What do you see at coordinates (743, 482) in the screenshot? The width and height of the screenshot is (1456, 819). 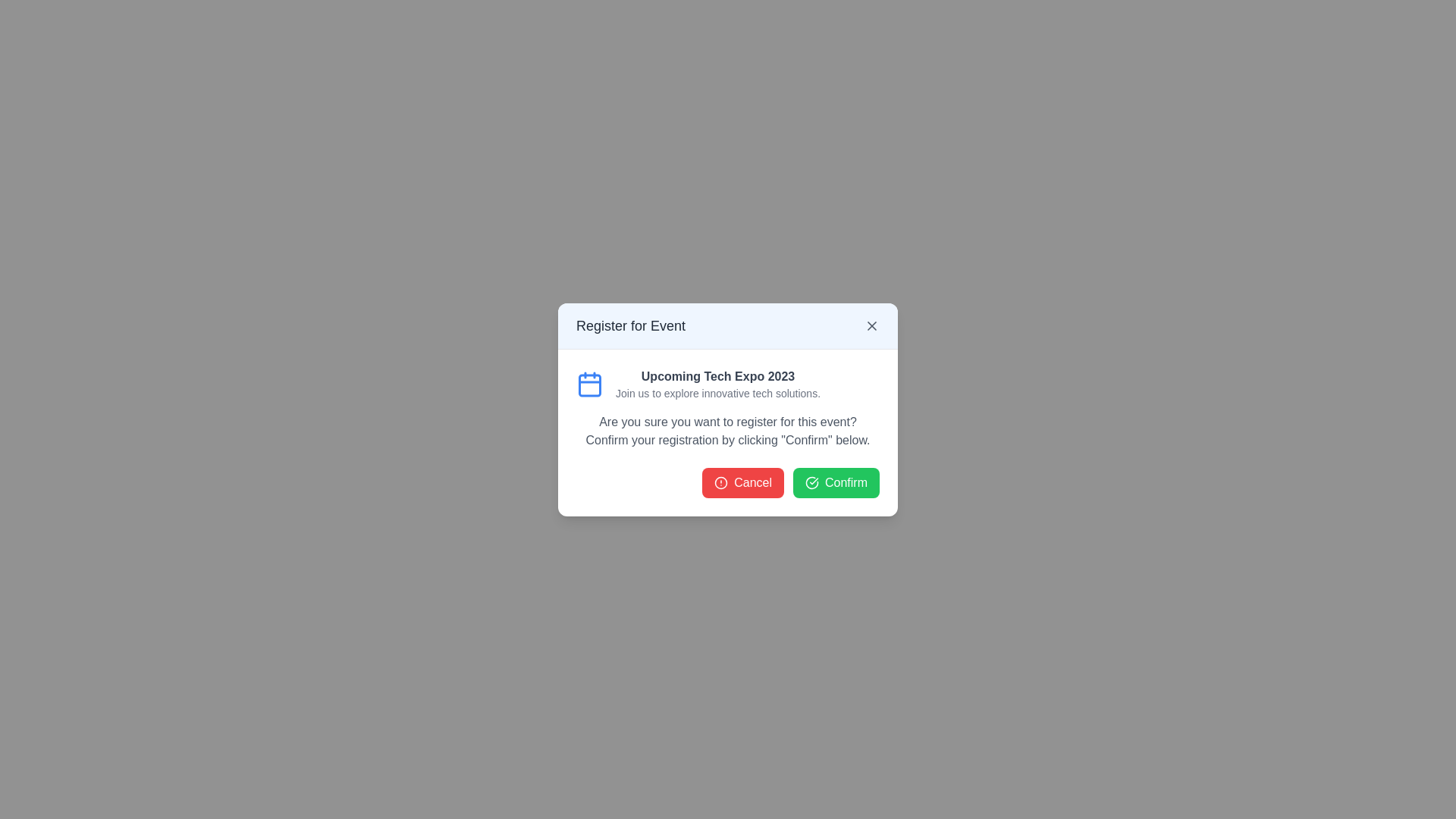 I see `the cancel registration button located at the bottom center of the dialog box` at bounding box center [743, 482].